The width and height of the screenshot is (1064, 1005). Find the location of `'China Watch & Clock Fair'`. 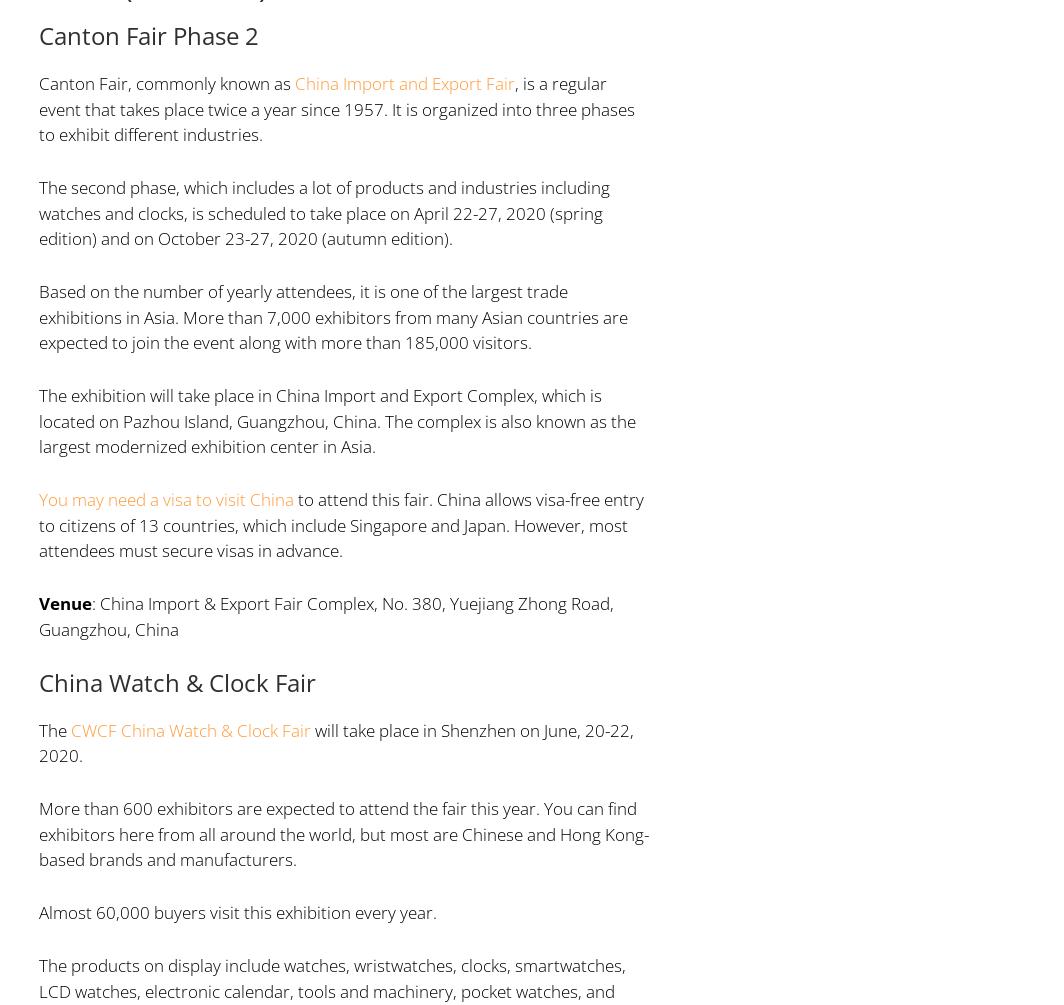

'China Watch & Clock Fair' is located at coordinates (176, 681).